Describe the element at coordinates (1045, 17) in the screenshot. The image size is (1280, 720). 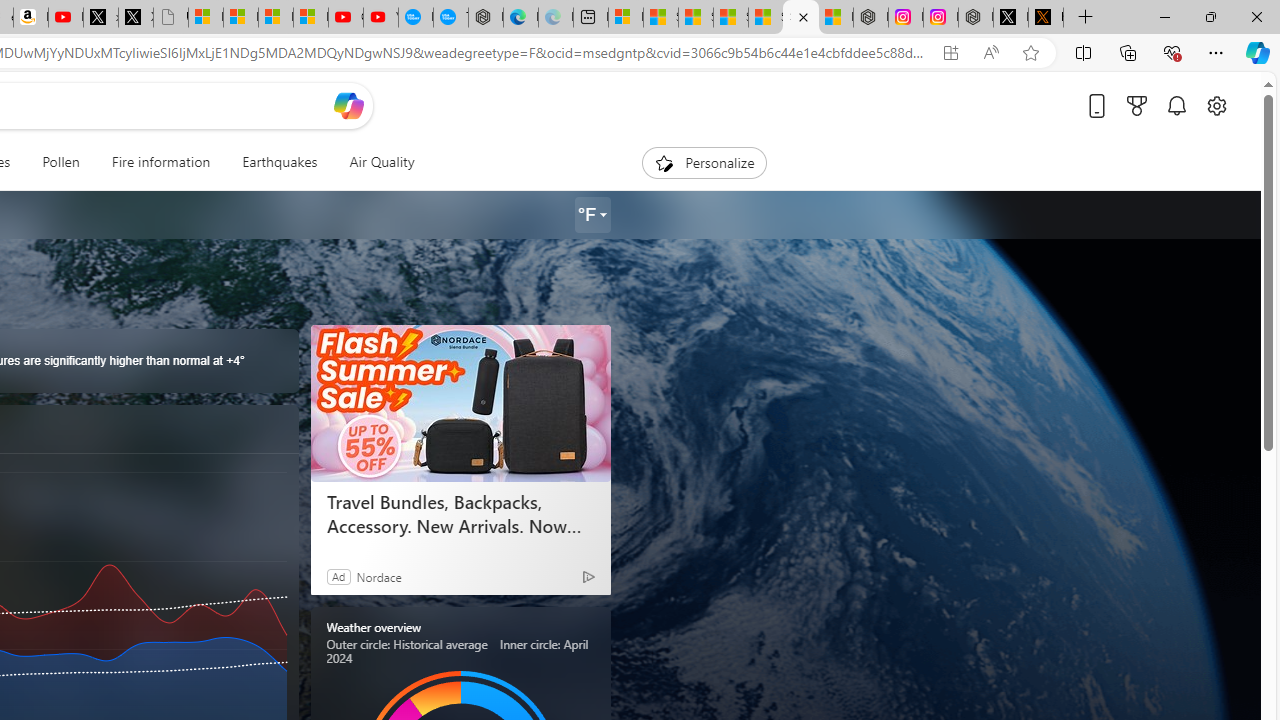
I see `'help.x.com | 524: A timeout occurred'` at that location.